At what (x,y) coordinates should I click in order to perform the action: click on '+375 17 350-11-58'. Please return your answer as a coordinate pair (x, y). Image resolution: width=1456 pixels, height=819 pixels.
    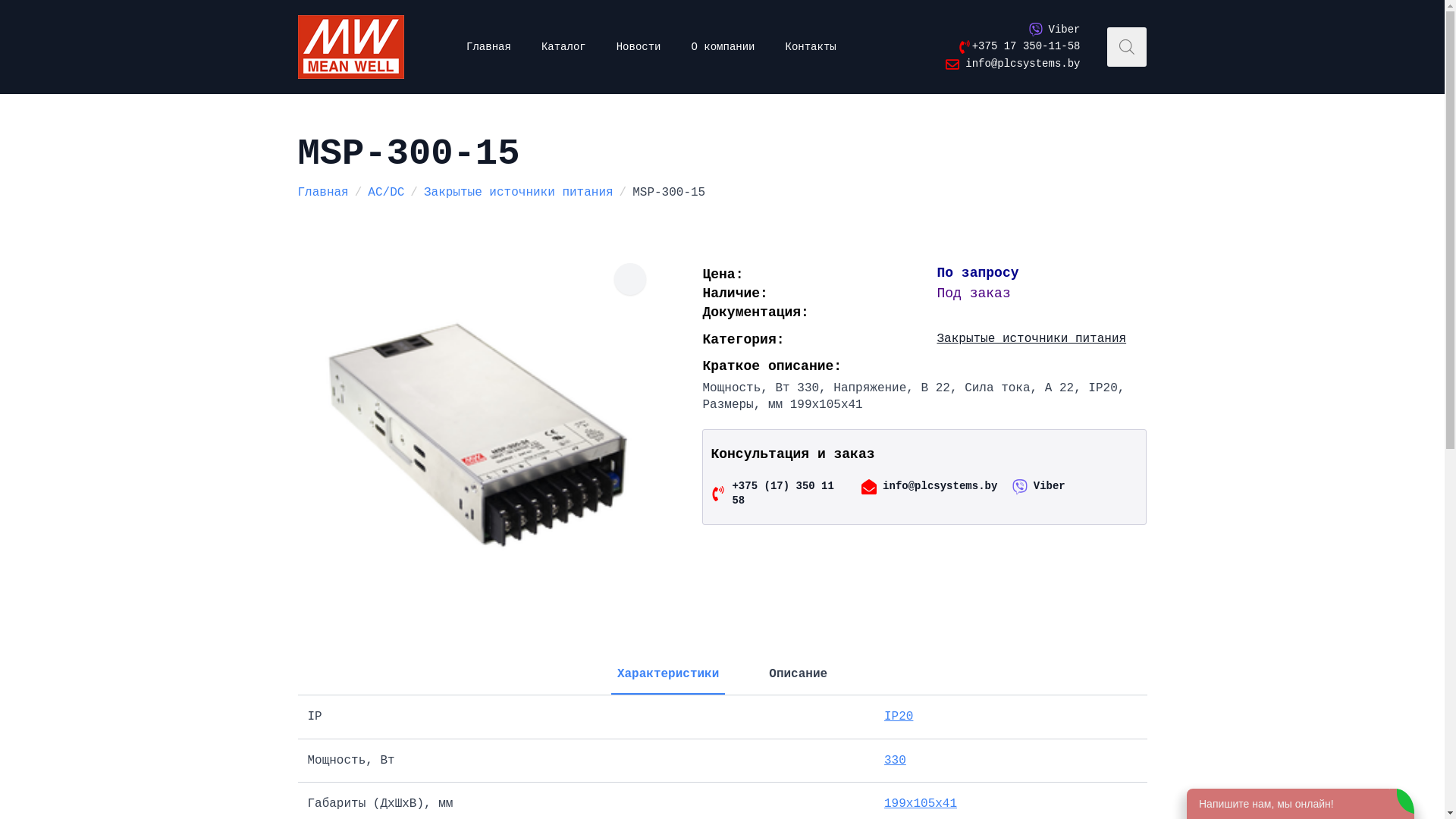
    Looking at the image, I should click on (1016, 45).